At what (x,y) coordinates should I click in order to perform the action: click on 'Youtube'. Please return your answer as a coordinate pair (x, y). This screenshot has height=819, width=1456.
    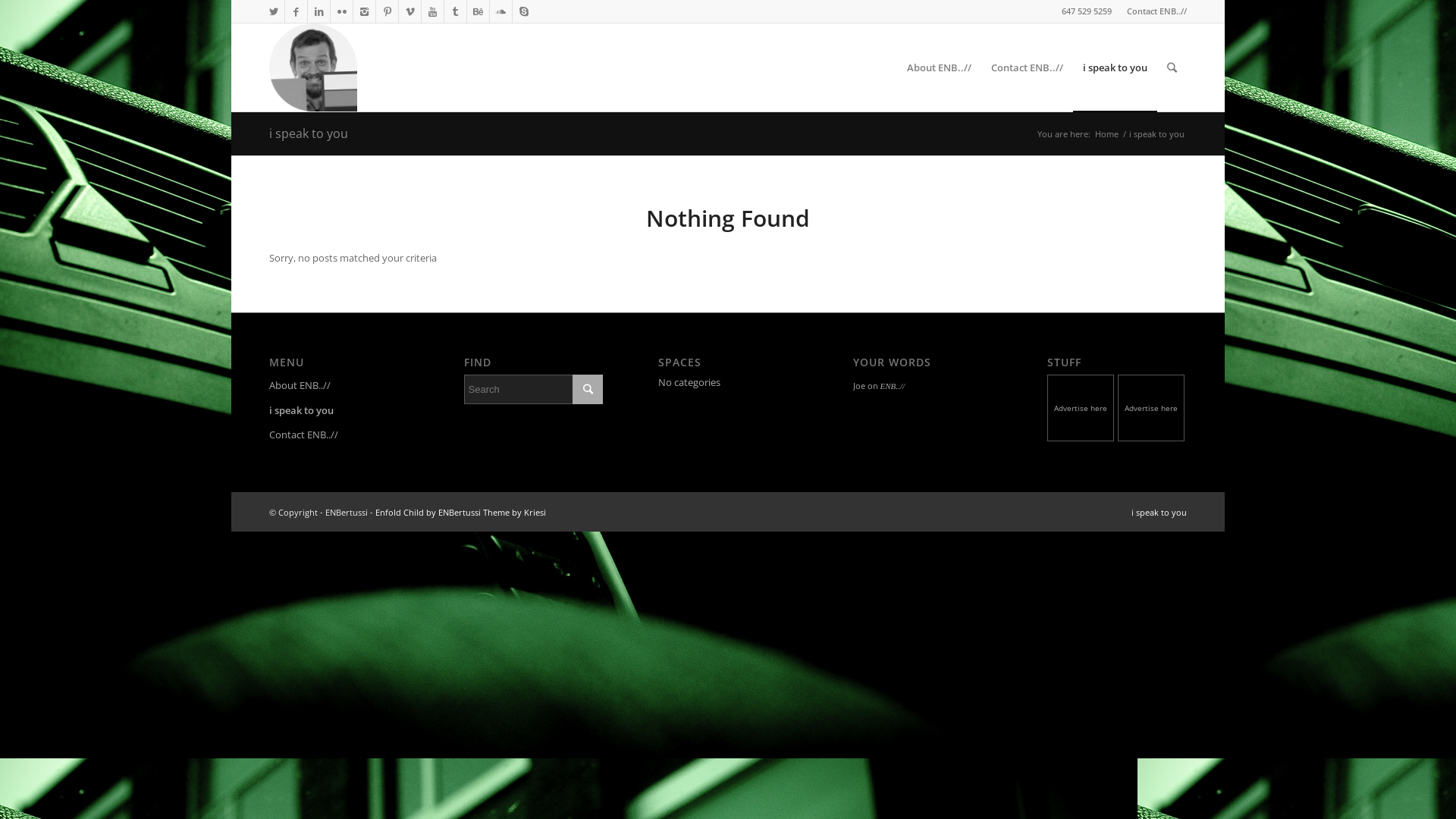
    Looking at the image, I should click on (431, 11).